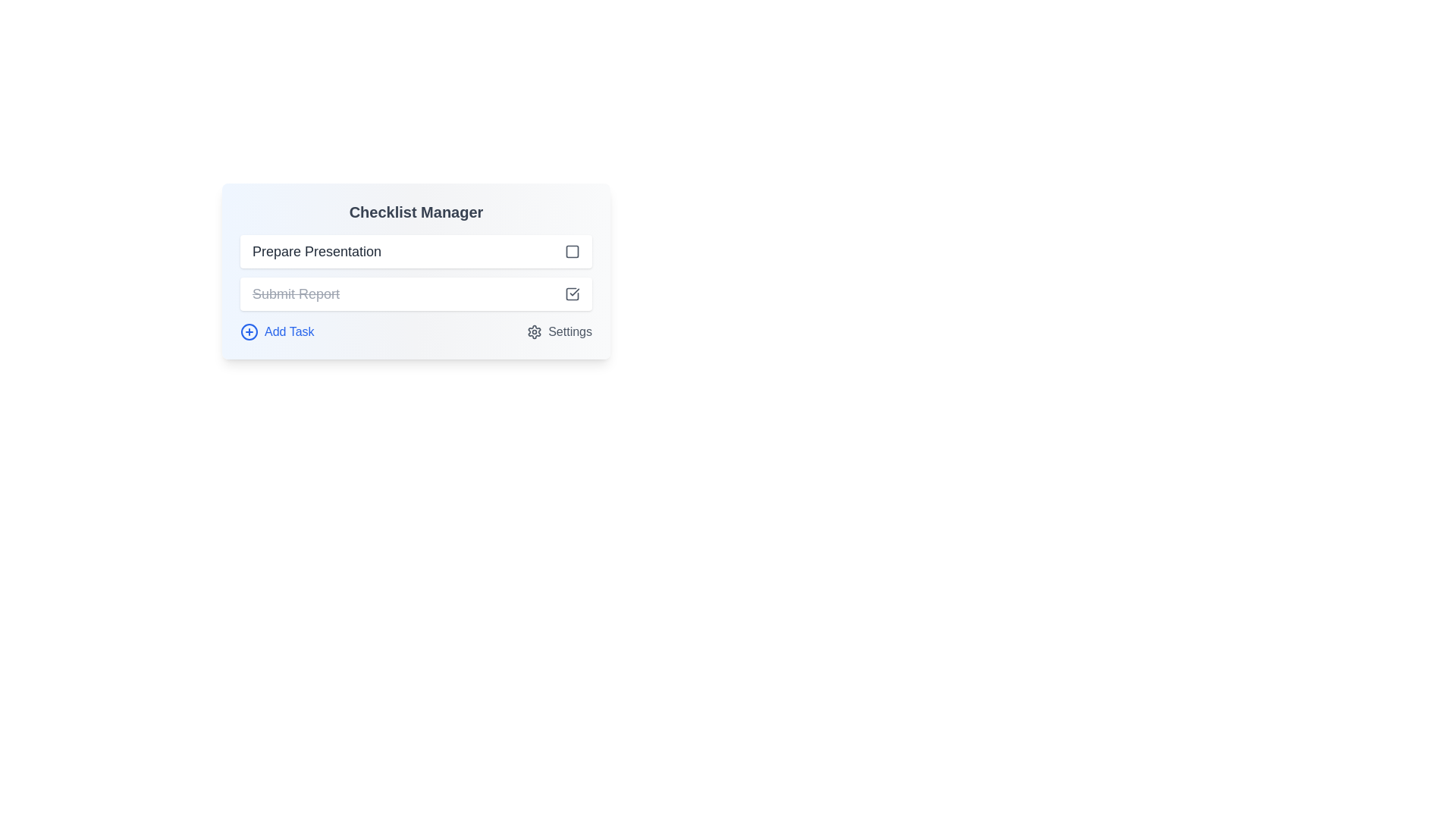  What do you see at coordinates (535, 331) in the screenshot?
I see `the gear icon representing settings, which is located next to the 'Settings' text label in the bottom-right corner of the checklist interface box` at bounding box center [535, 331].